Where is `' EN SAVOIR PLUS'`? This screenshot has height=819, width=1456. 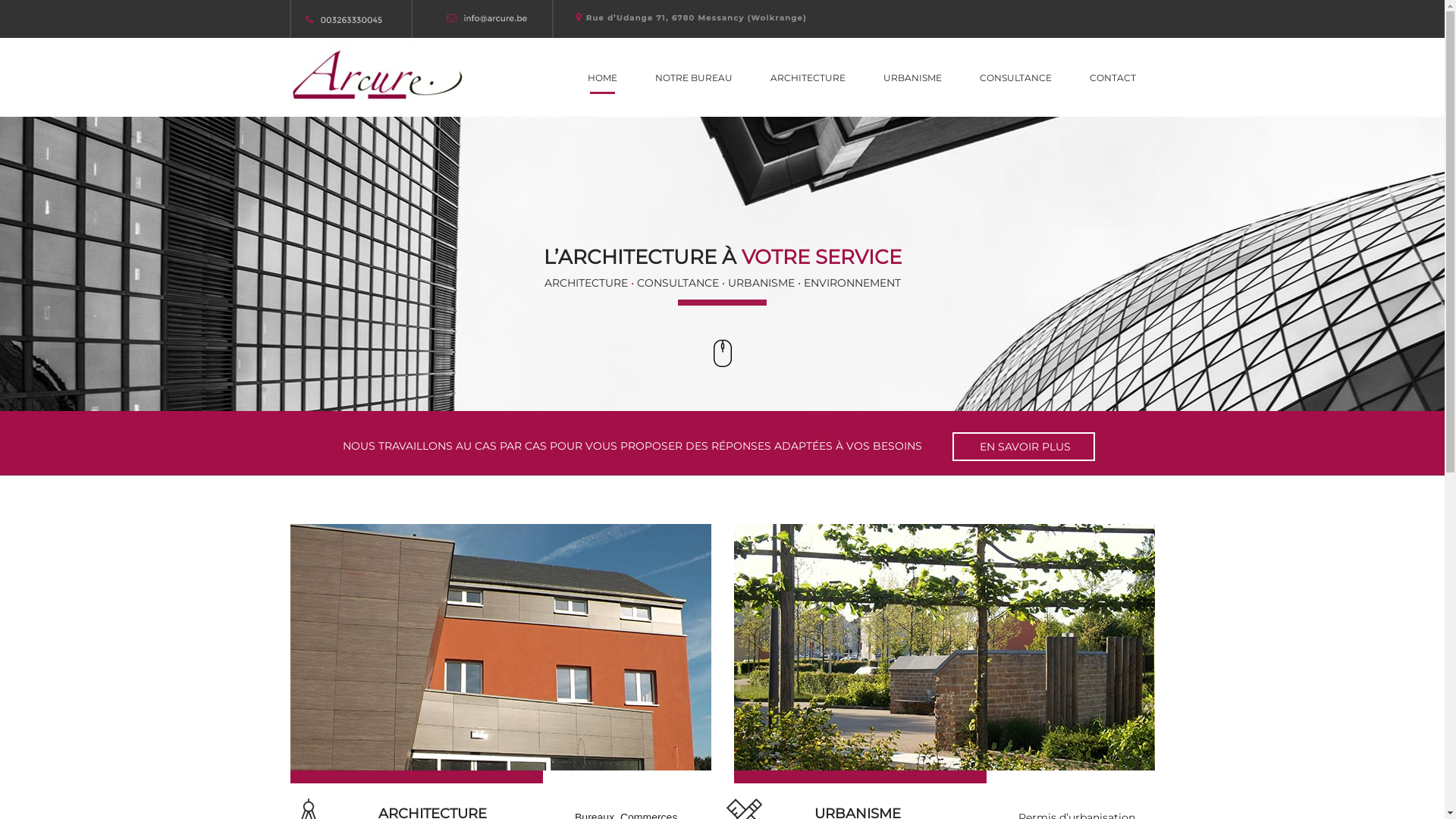 ' EN SAVOIR PLUS' is located at coordinates (952, 446).